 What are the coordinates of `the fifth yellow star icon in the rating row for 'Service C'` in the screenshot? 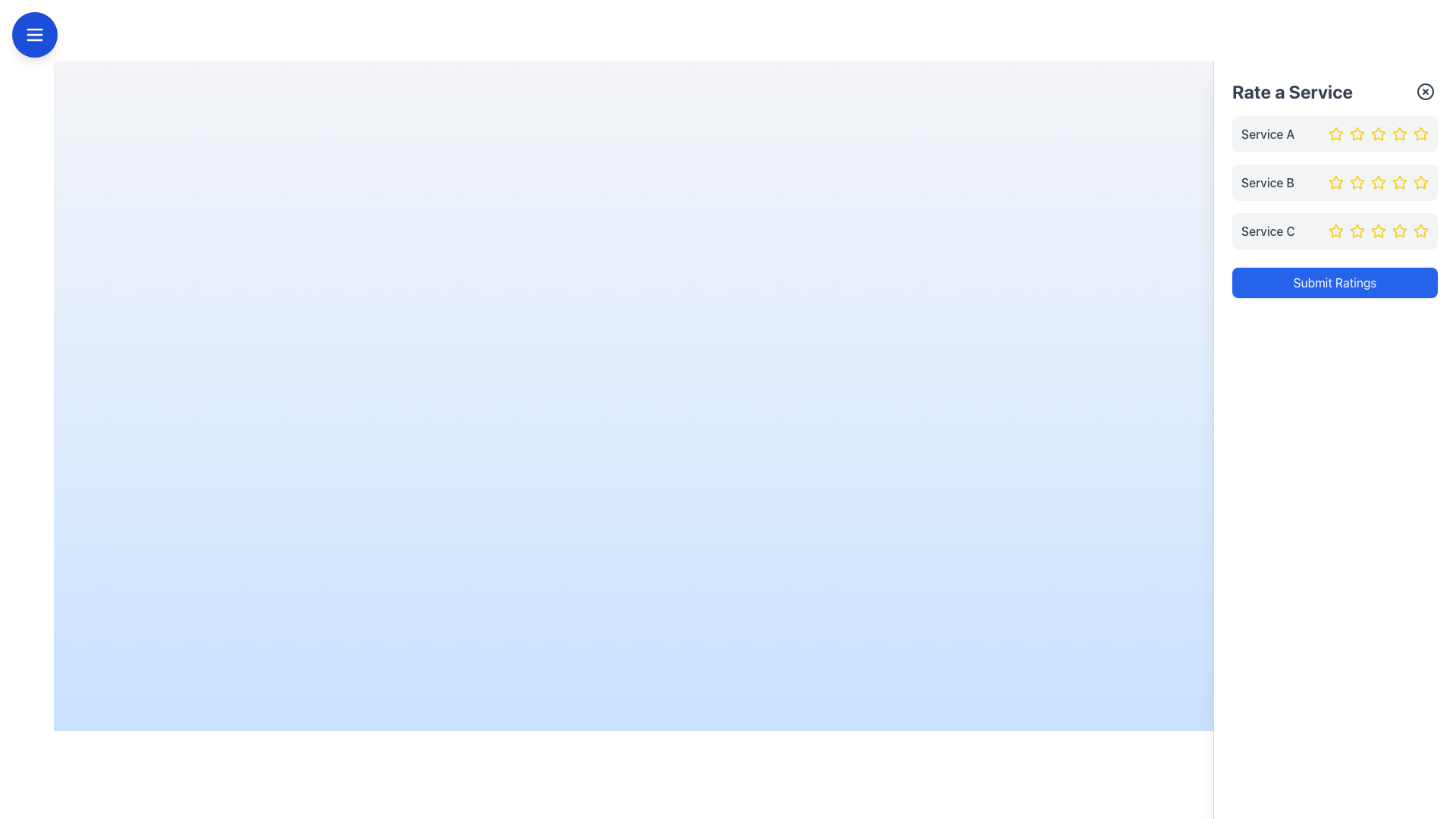 It's located at (1399, 231).